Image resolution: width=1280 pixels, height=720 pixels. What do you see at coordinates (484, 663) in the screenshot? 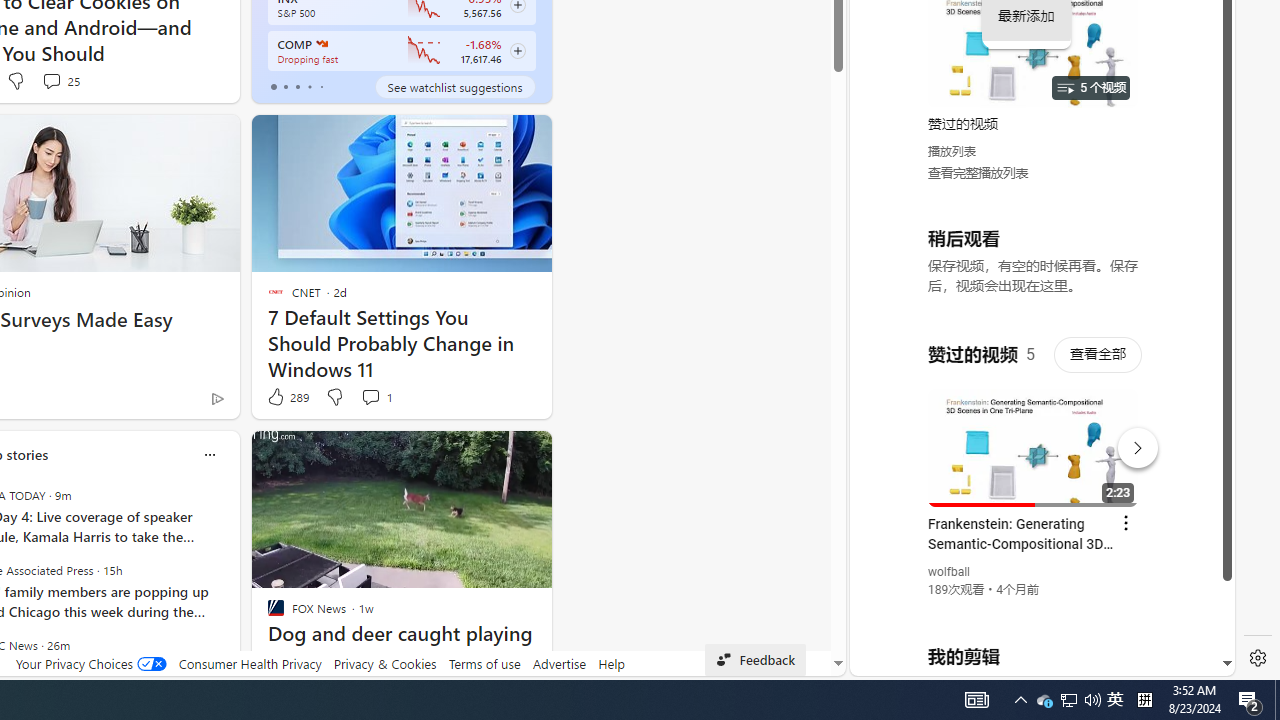
I see `'Terms of use'` at bounding box center [484, 663].